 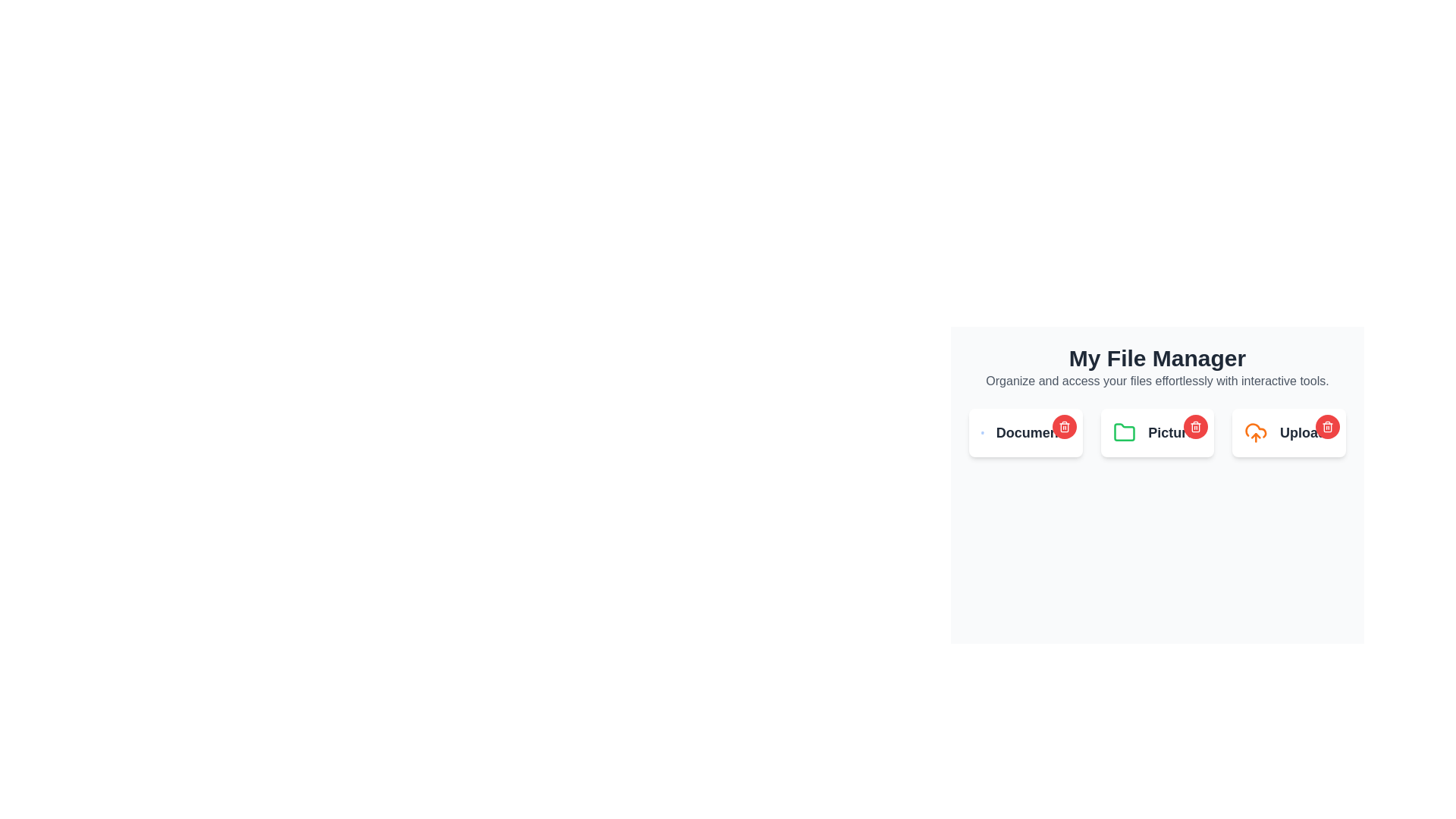 What do you see at coordinates (1063, 427) in the screenshot?
I see `the delete button located in the top-right corner of the 'Documents' card in the 'My File Manager' section` at bounding box center [1063, 427].